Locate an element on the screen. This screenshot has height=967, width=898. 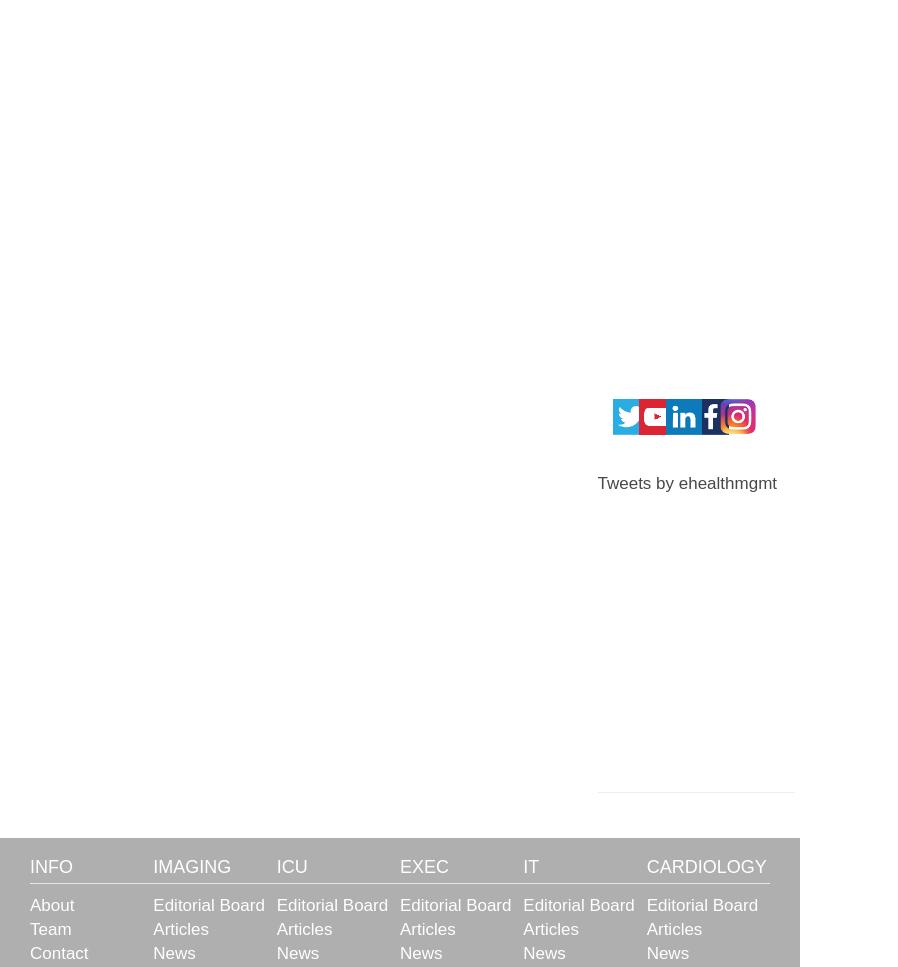
'IT' is located at coordinates (529, 865).